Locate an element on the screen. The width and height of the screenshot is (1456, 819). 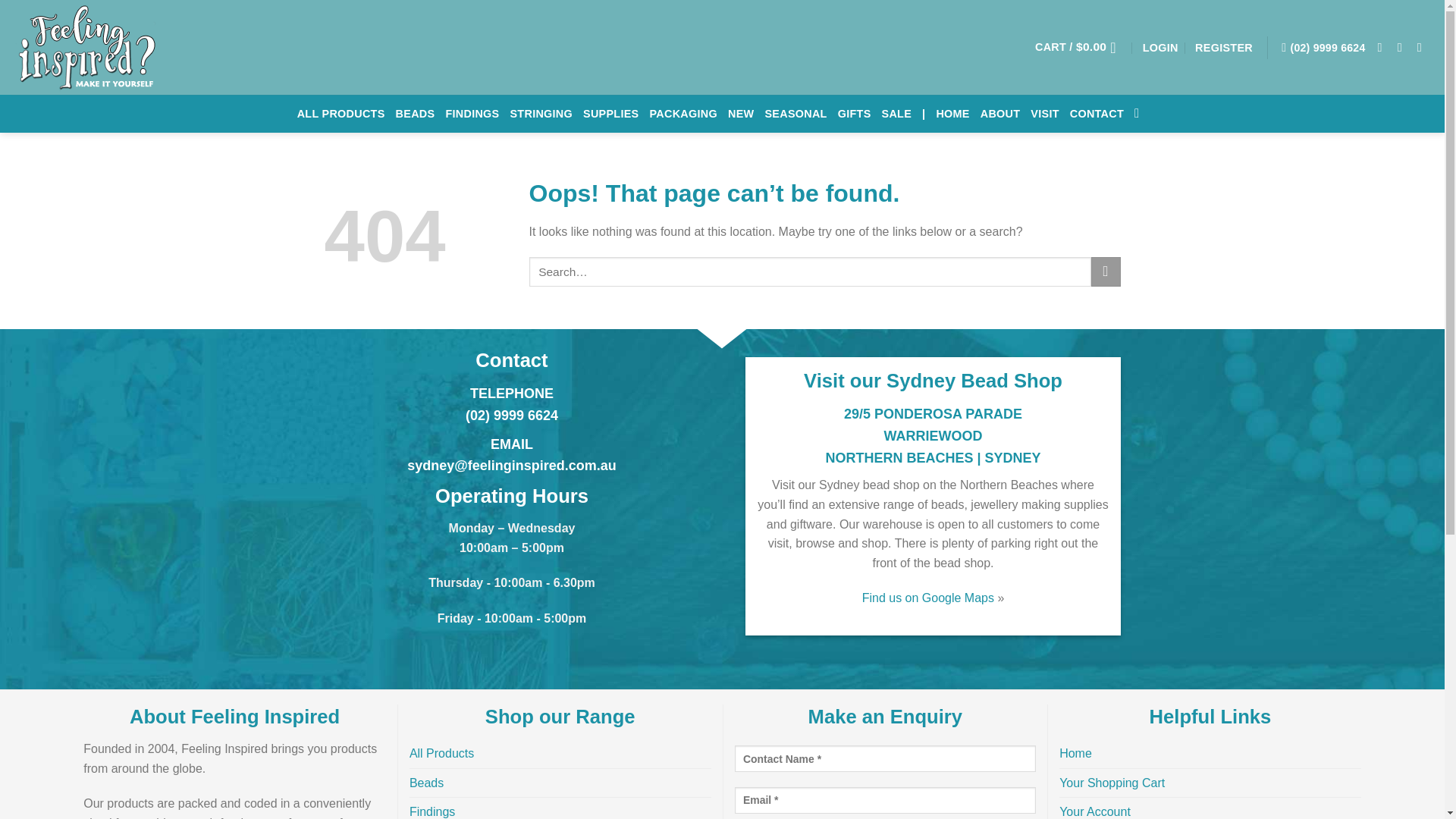
'LOGIN' is located at coordinates (1159, 45).